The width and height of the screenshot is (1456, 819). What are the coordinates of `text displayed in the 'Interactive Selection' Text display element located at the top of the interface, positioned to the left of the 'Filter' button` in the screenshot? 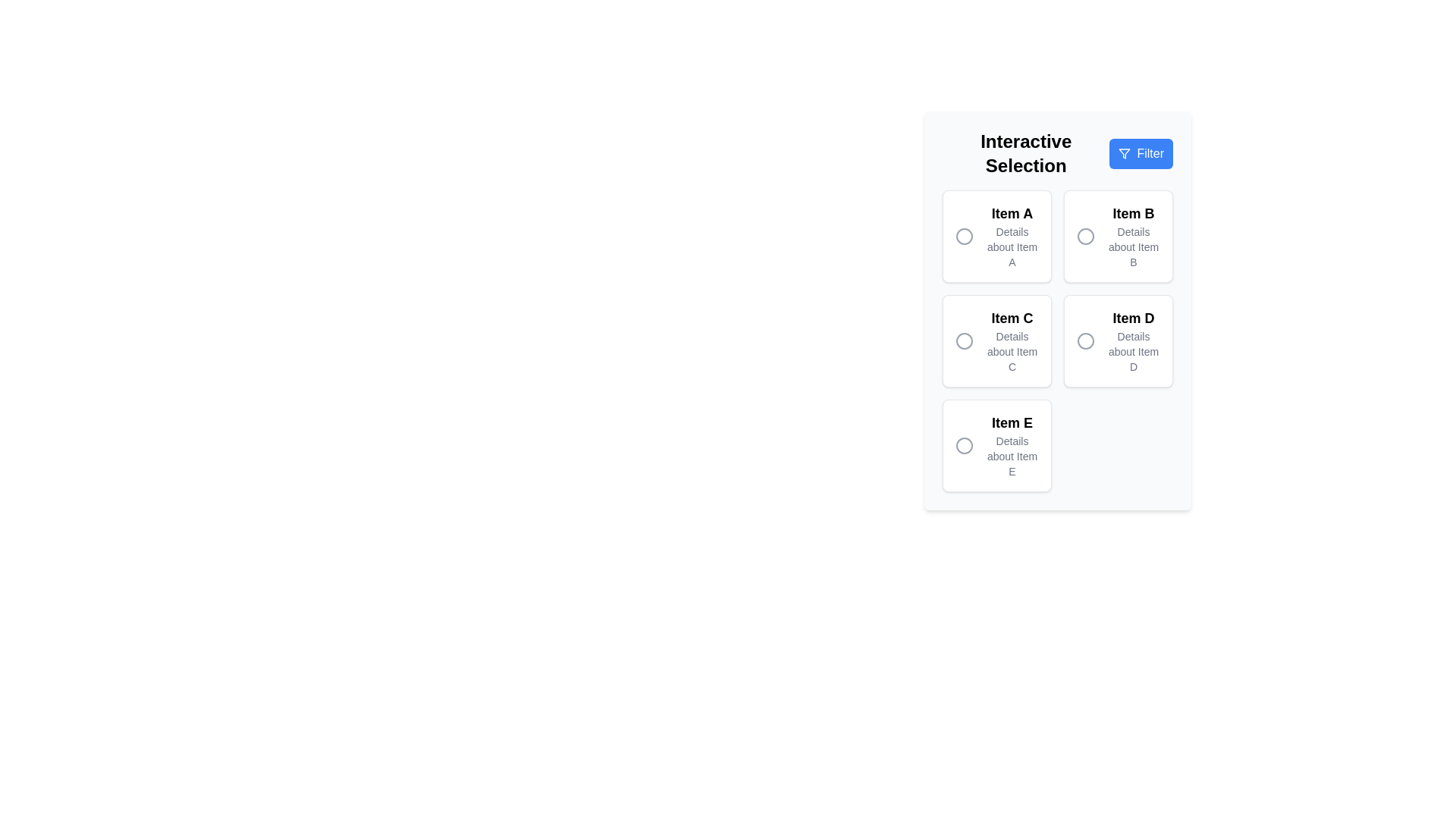 It's located at (1026, 154).